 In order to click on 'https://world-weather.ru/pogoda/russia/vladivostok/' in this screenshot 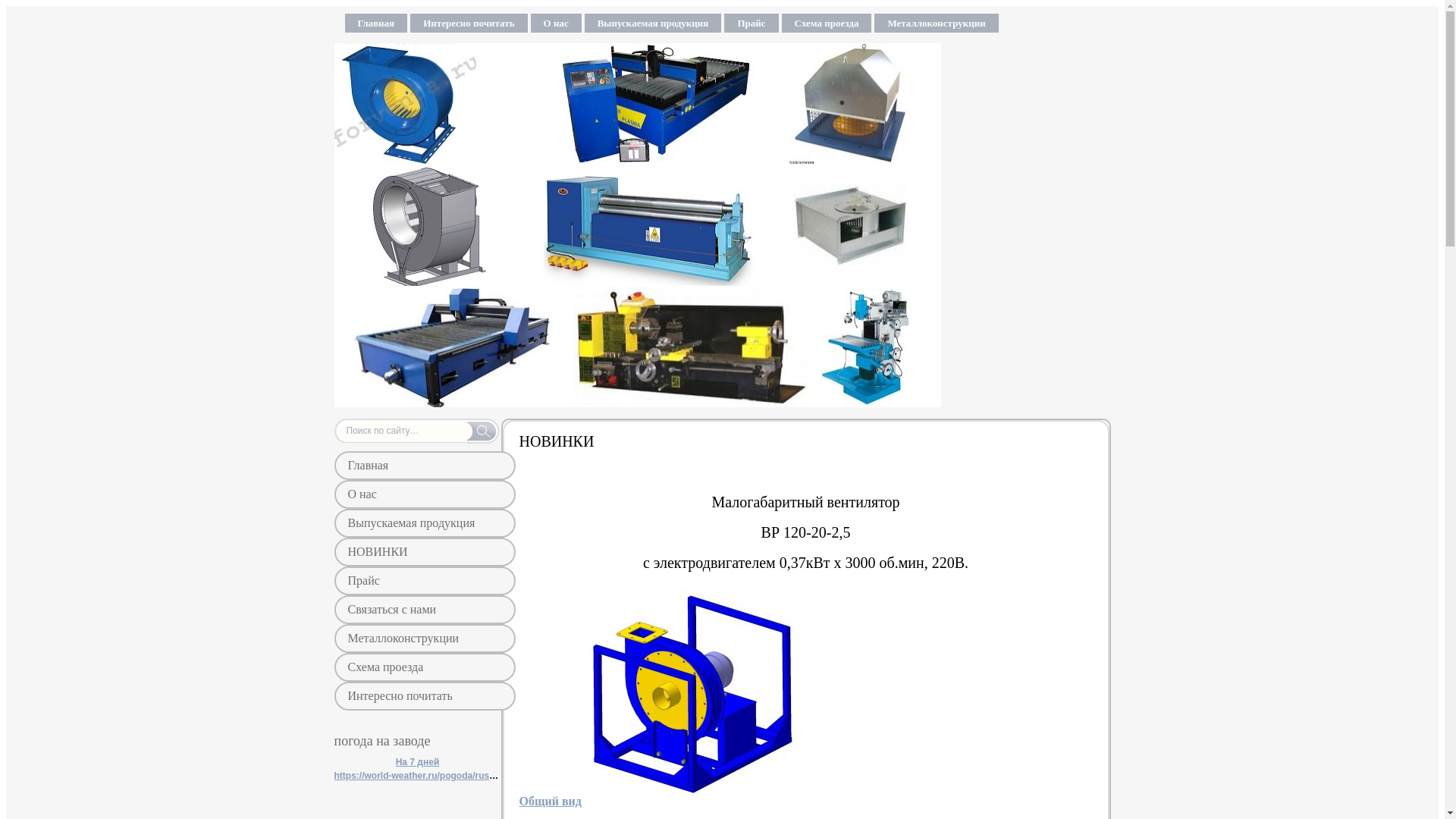, I will do `click(444, 775)`.